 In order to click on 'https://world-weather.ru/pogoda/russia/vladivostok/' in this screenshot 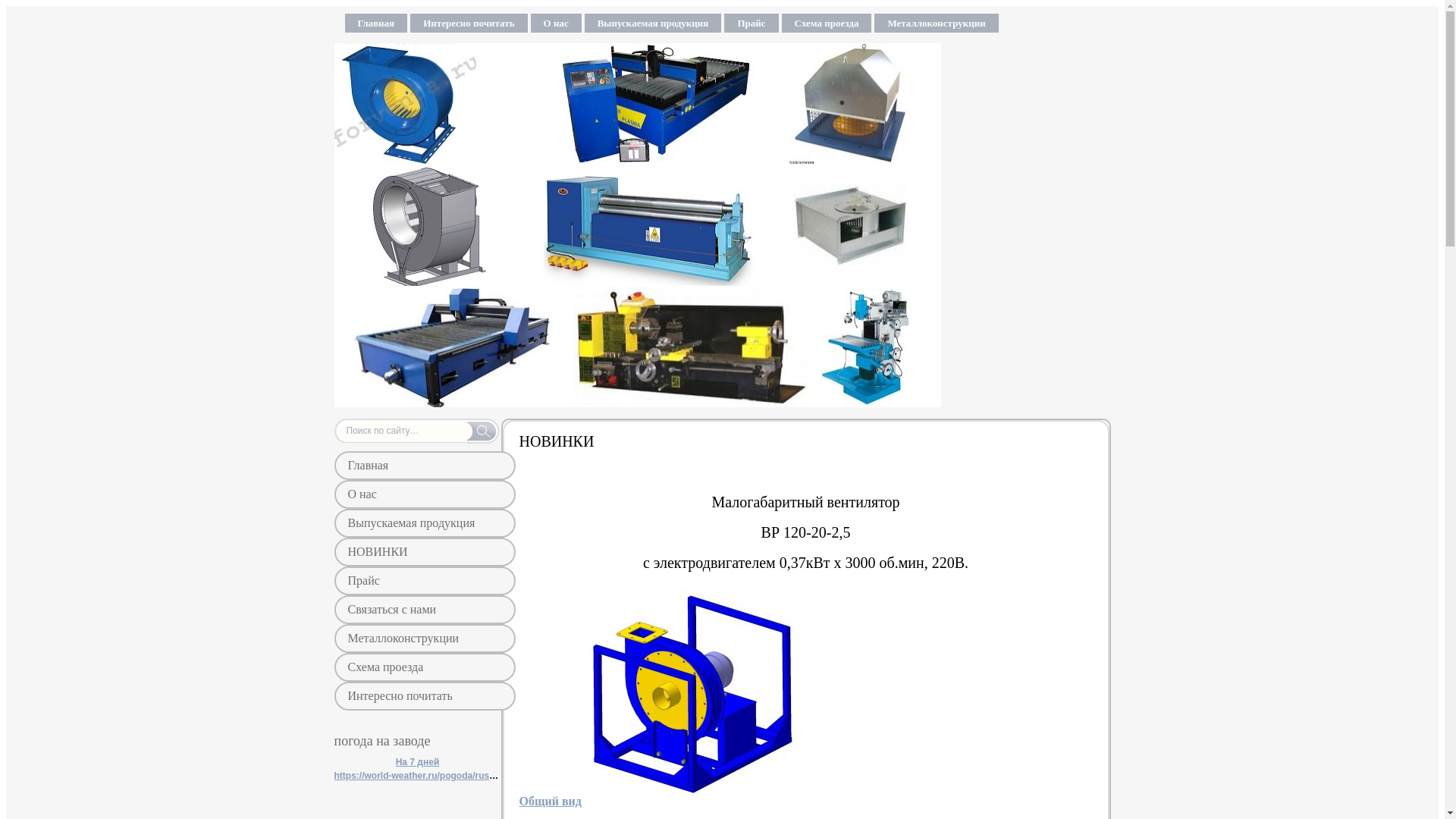, I will do `click(444, 775)`.